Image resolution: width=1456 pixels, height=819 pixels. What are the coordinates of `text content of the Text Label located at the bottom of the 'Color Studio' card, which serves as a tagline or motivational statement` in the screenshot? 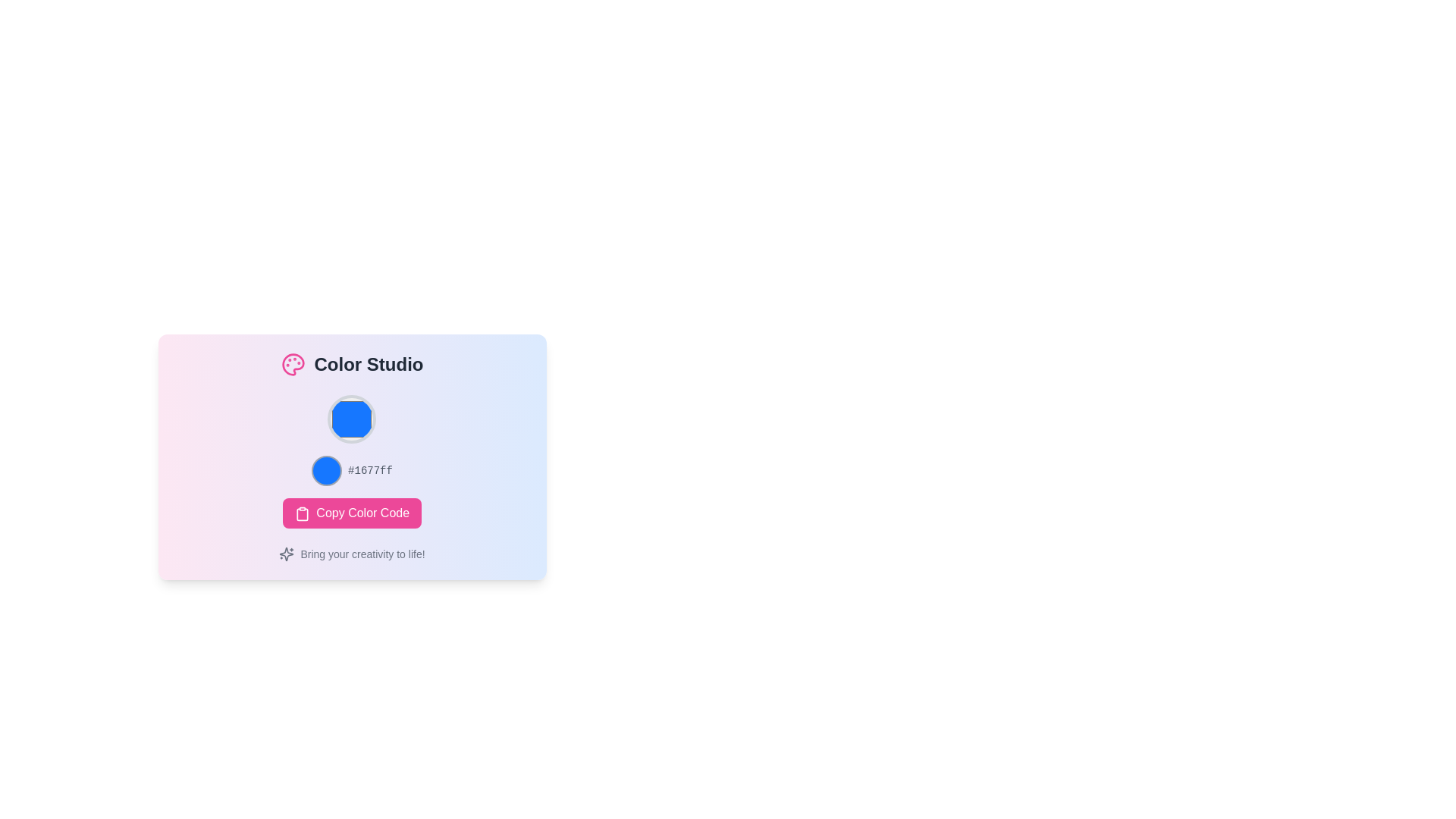 It's located at (351, 554).